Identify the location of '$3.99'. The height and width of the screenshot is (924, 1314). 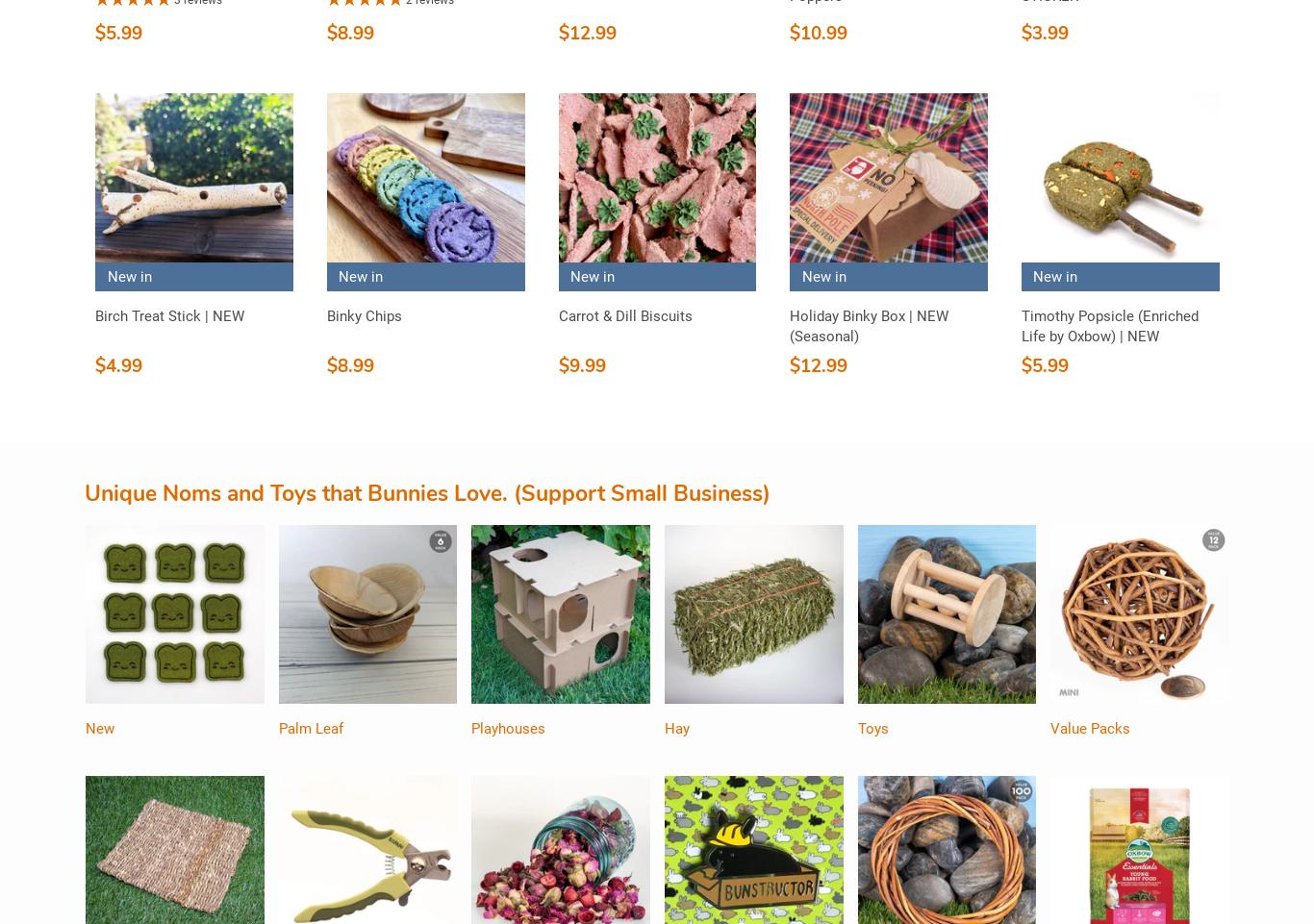
(1019, 32).